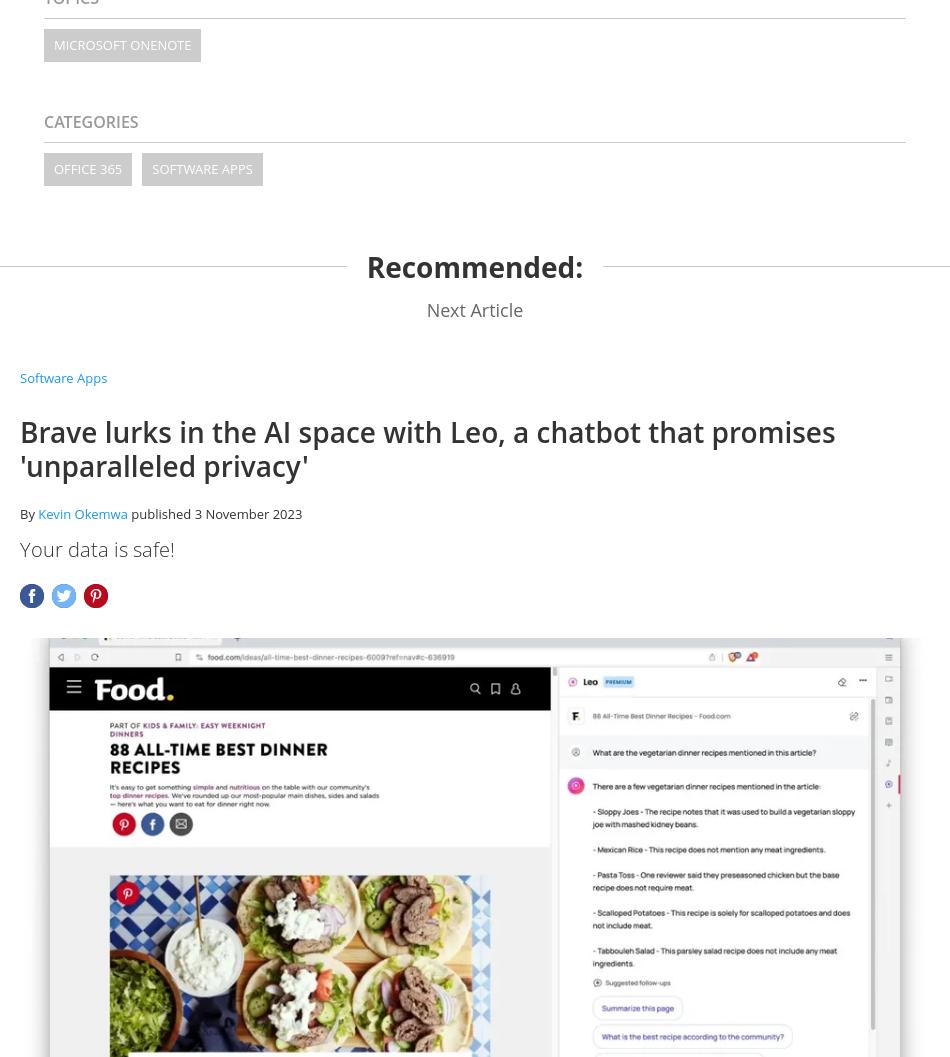  I want to click on 'CATEGORIES', so click(91, 120).